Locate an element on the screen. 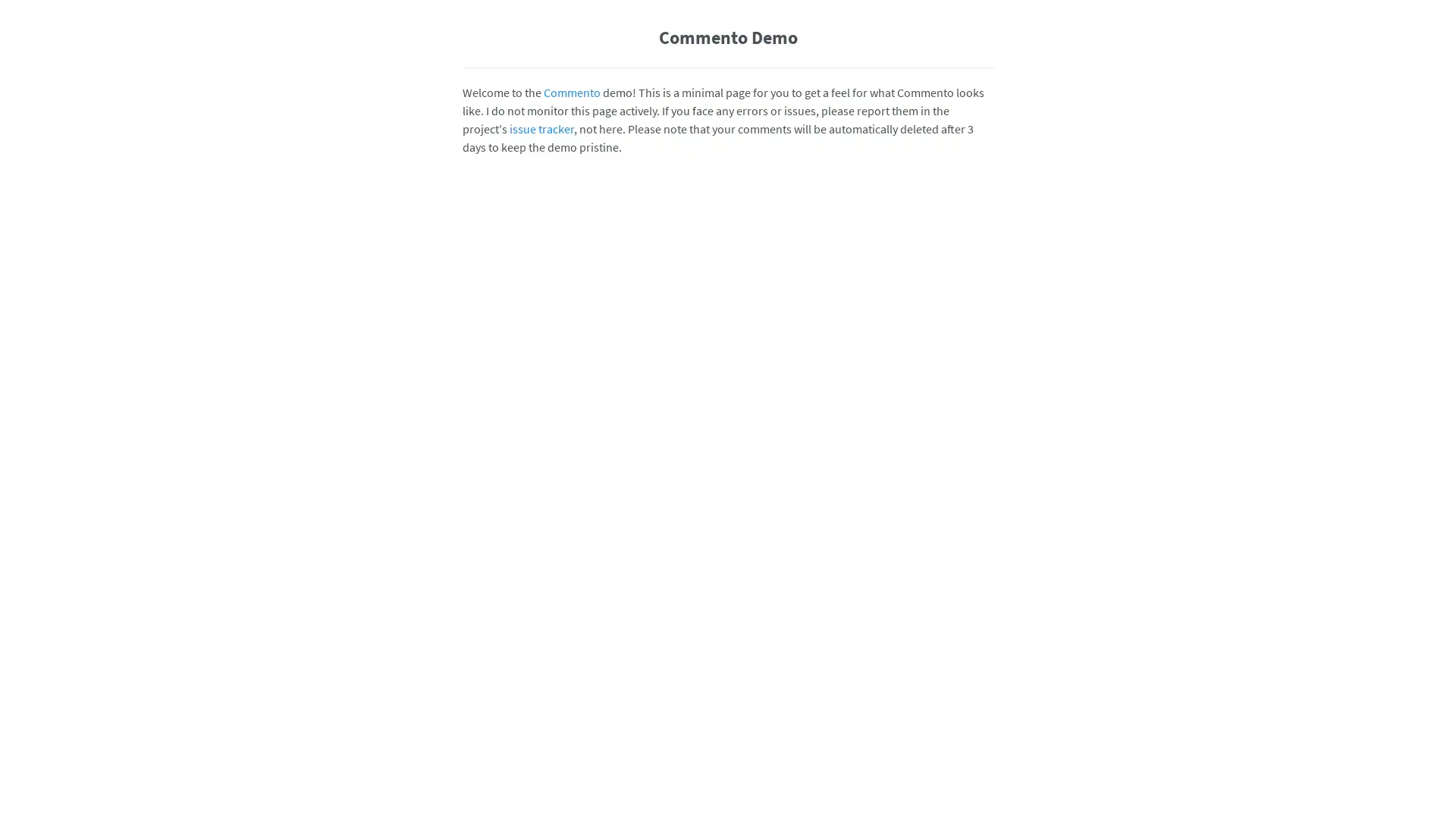 This screenshot has width=1456, height=819. Downvote is located at coordinates (959, 777).